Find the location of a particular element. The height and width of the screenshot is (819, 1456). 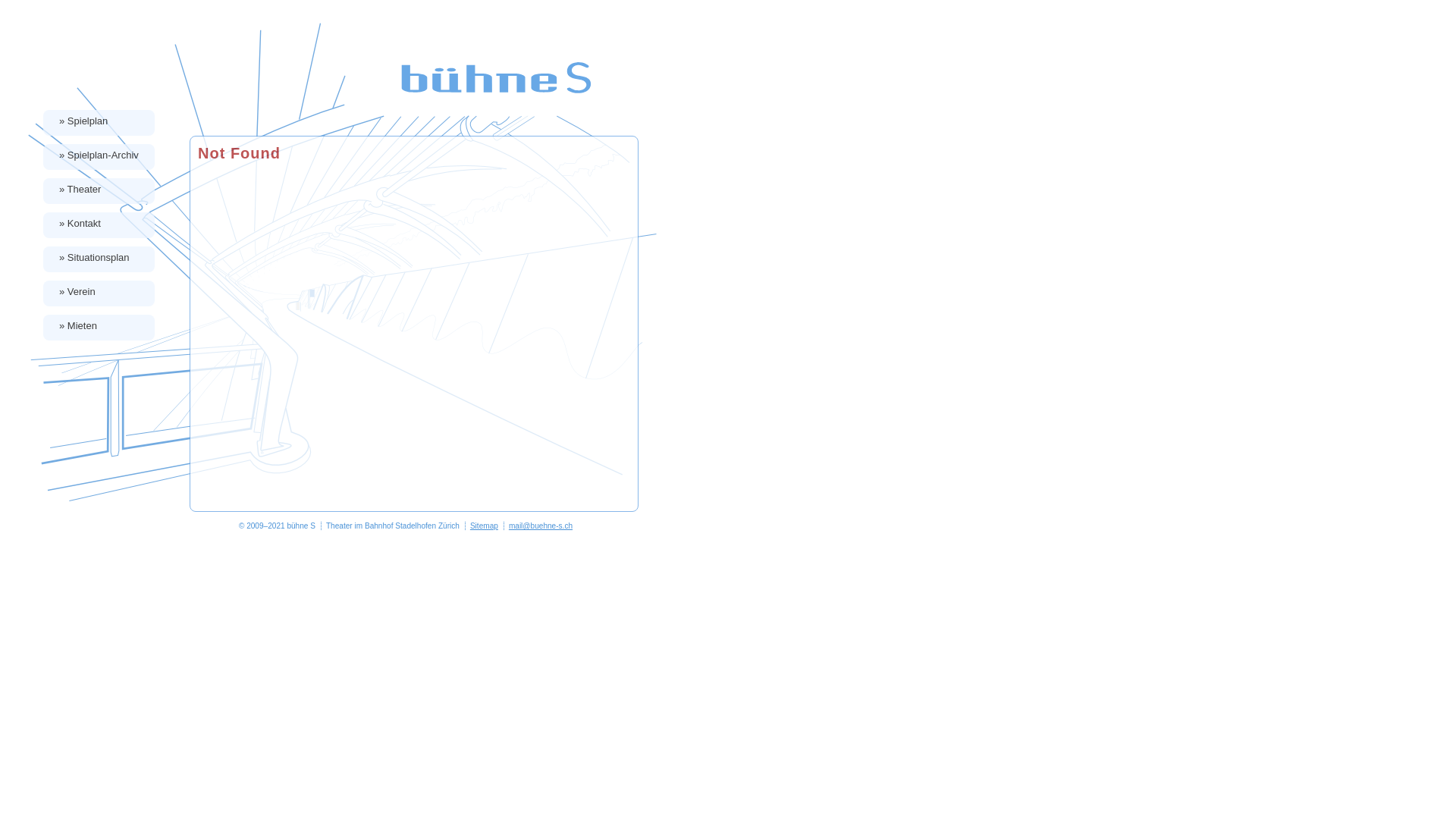

'Sitemap' is located at coordinates (483, 525).